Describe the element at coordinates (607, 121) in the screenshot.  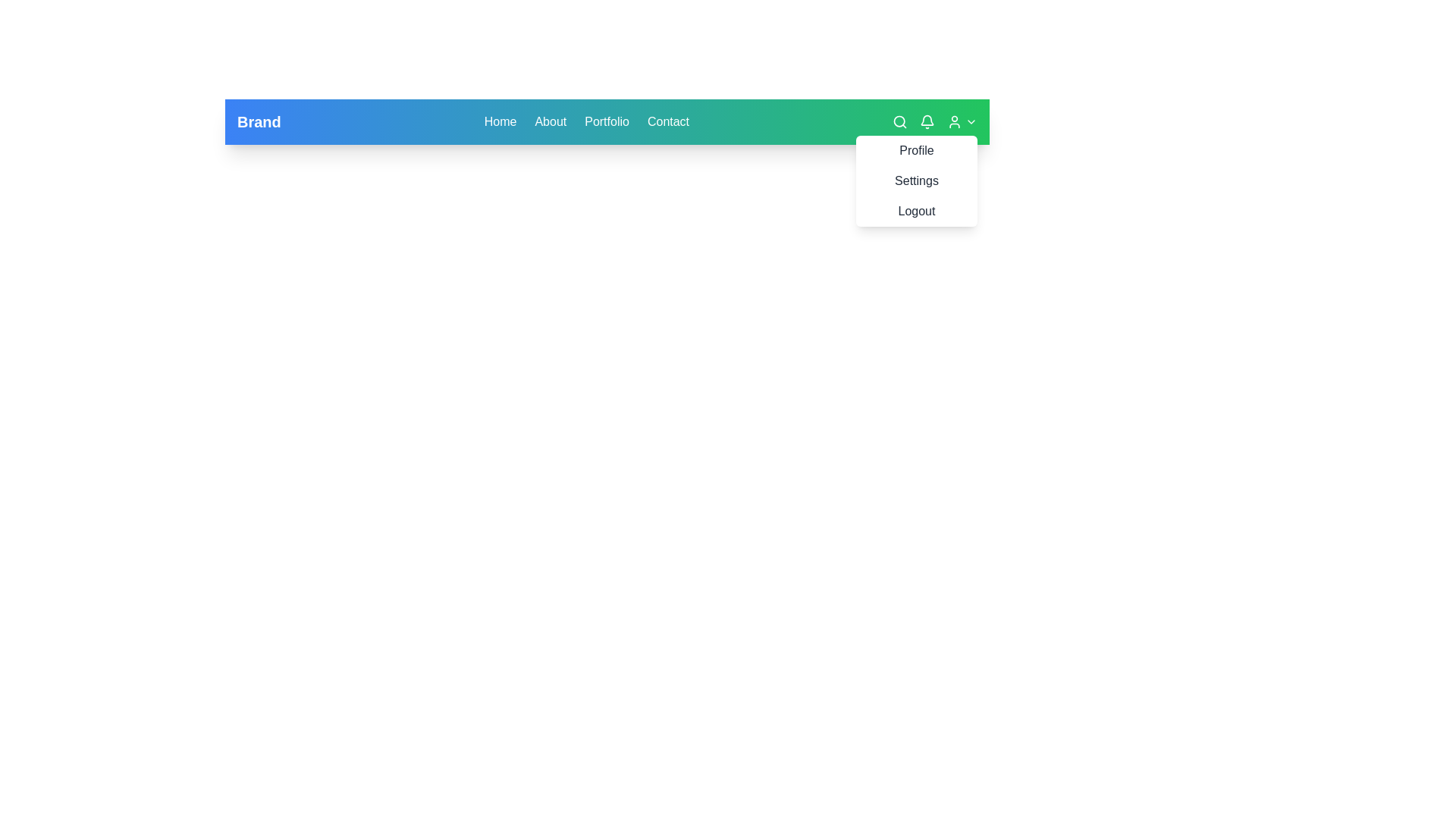
I see `the 'Portfolio' hyperlink in the top-right horizontal navigation menu` at that location.